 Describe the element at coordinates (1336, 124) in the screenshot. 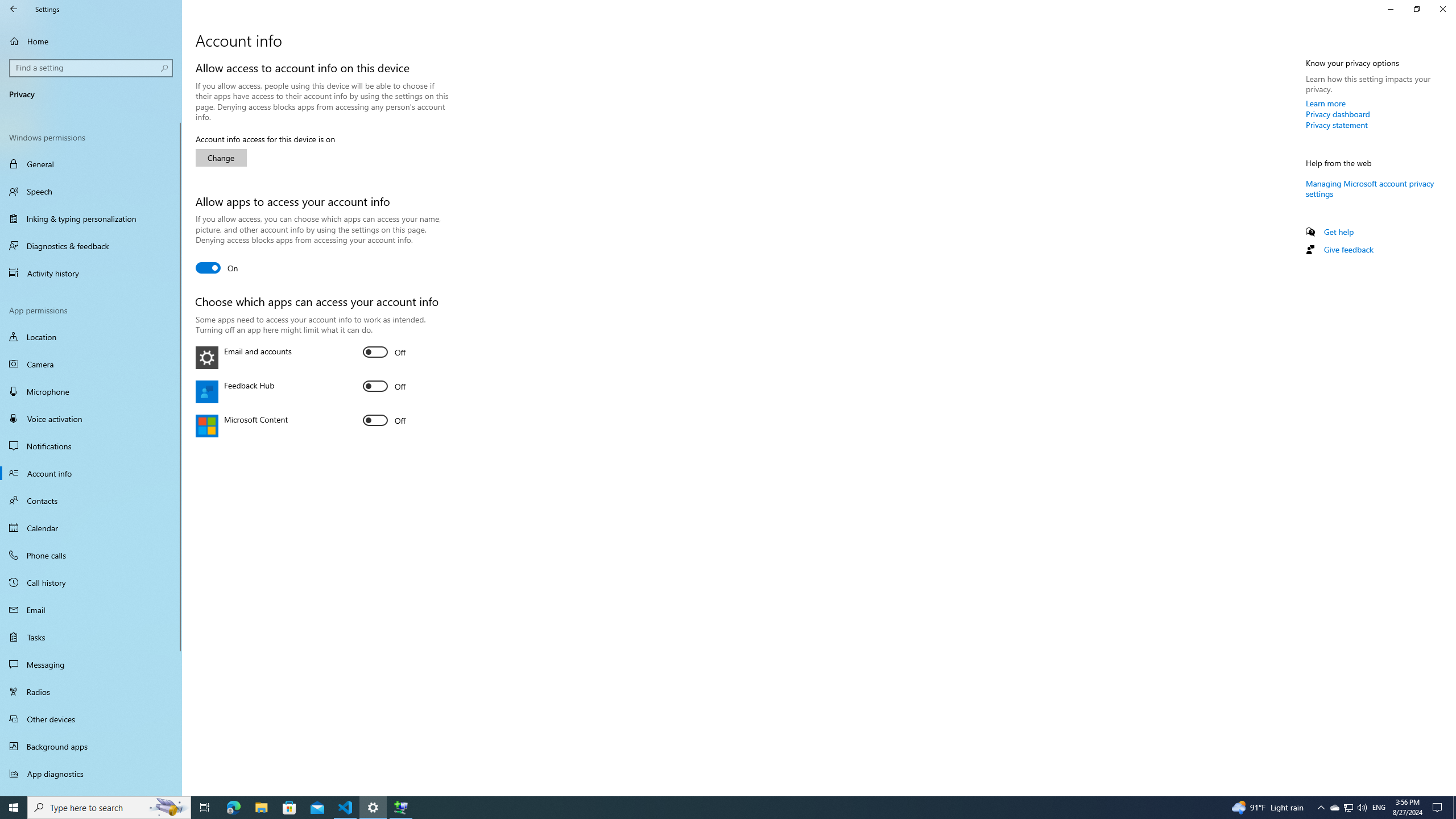

I see `'Privacy statement'` at that location.